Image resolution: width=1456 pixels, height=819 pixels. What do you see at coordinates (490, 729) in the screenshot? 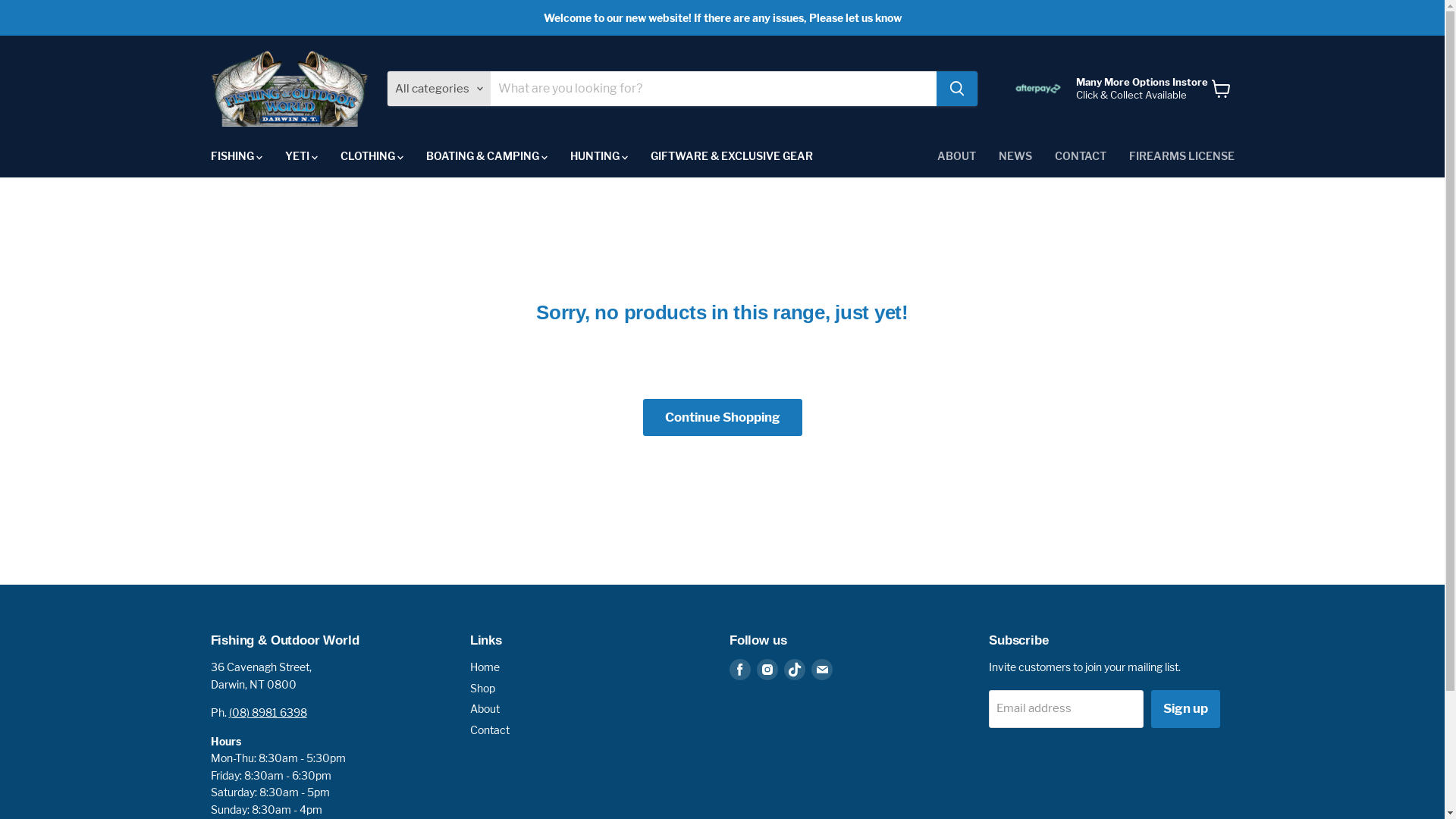
I see `'Contact'` at bounding box center [490, 729].